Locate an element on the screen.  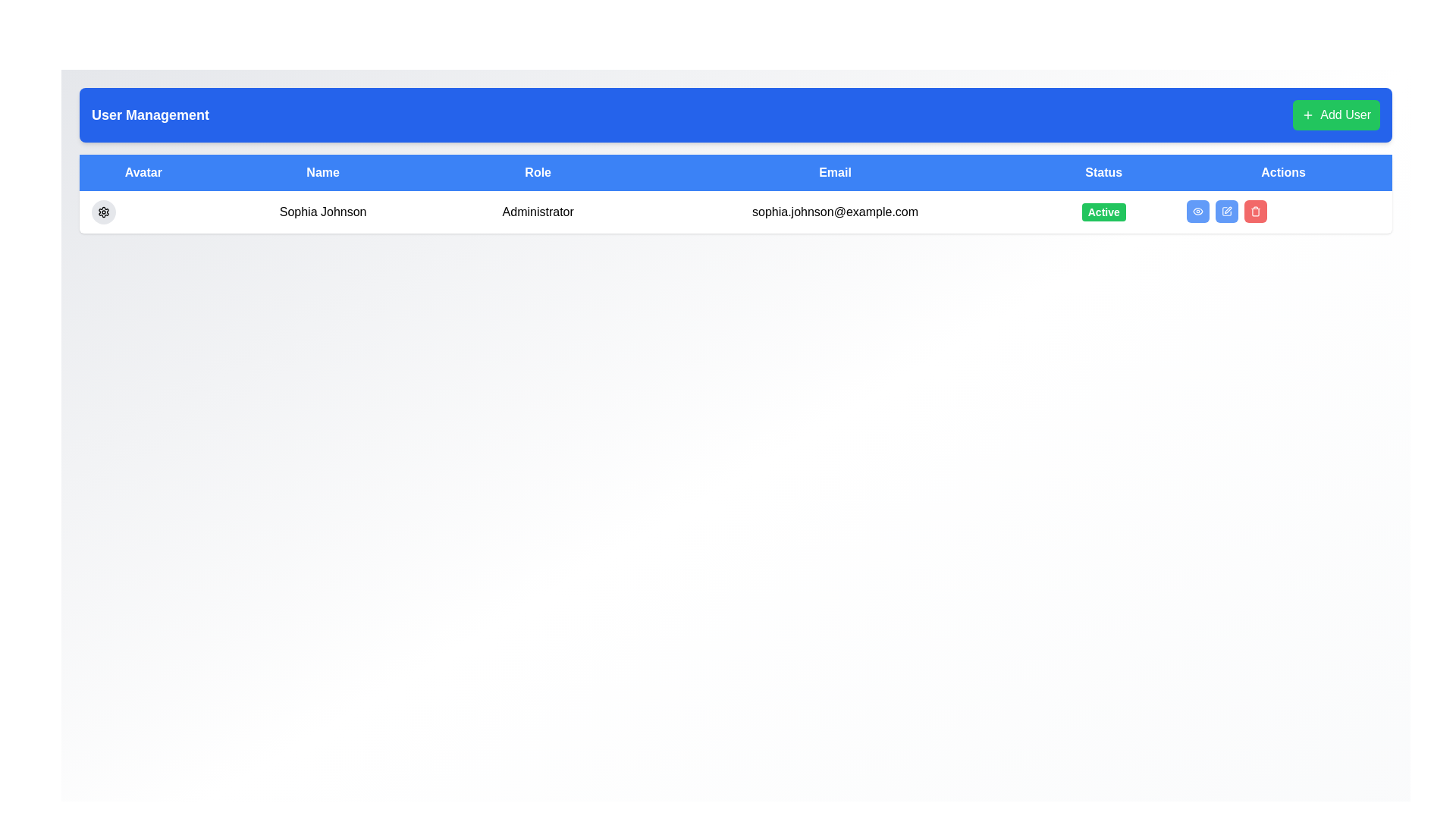
the 'Active' status badge located in the 'Status' column of the row labeled 'Sophia Johnson' is located at coordinates (1103, 212).